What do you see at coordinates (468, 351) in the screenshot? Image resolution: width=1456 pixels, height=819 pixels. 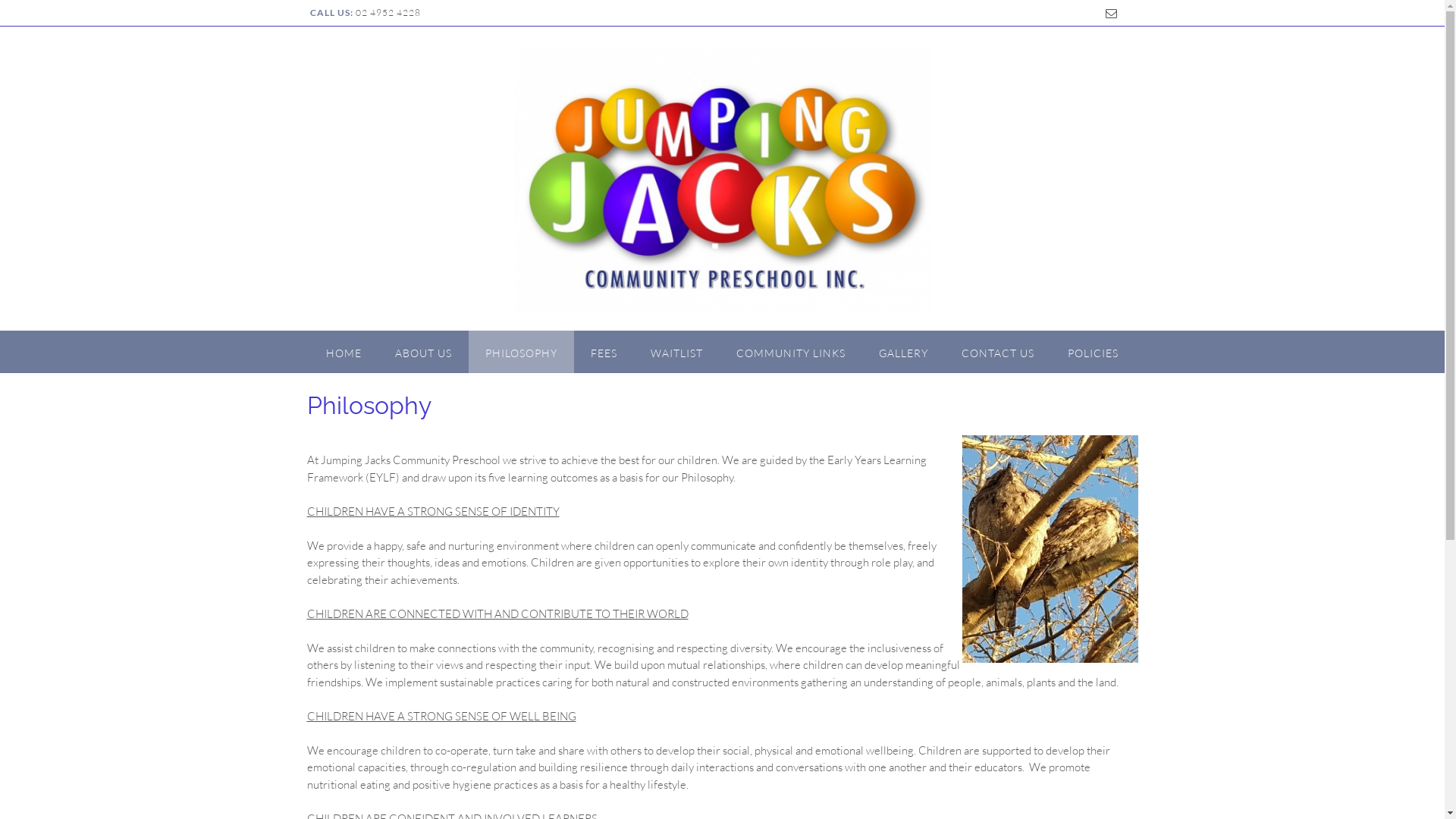 I see `'PHILOSOPHY'` at bounding box center [468, 351].